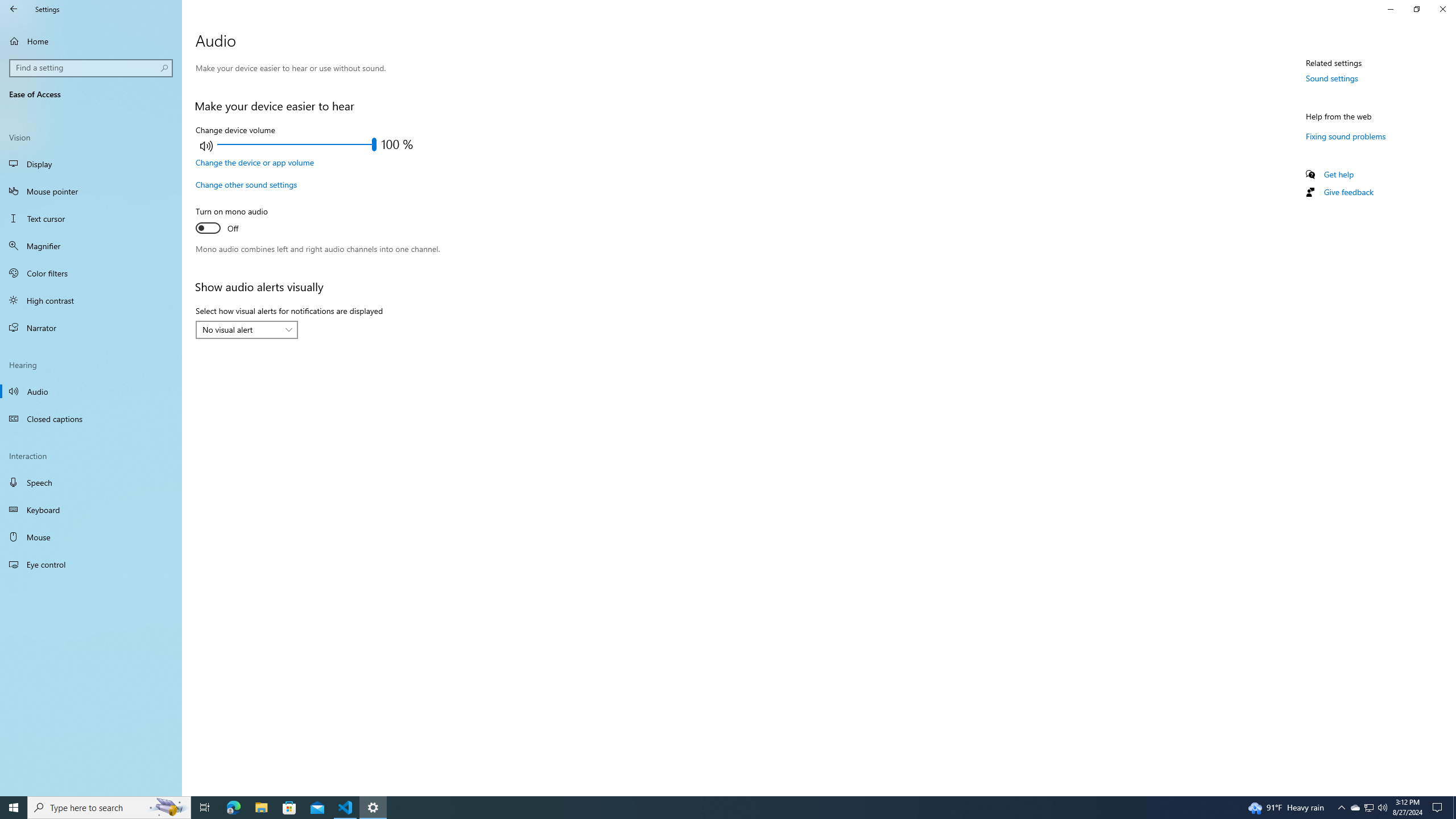 Image resolution: width=1456 pixels, height=819 pixels. Describe the element at coordinates (91, 67) in the screenshot. I see `'Search box, Find a setting'` at that location.